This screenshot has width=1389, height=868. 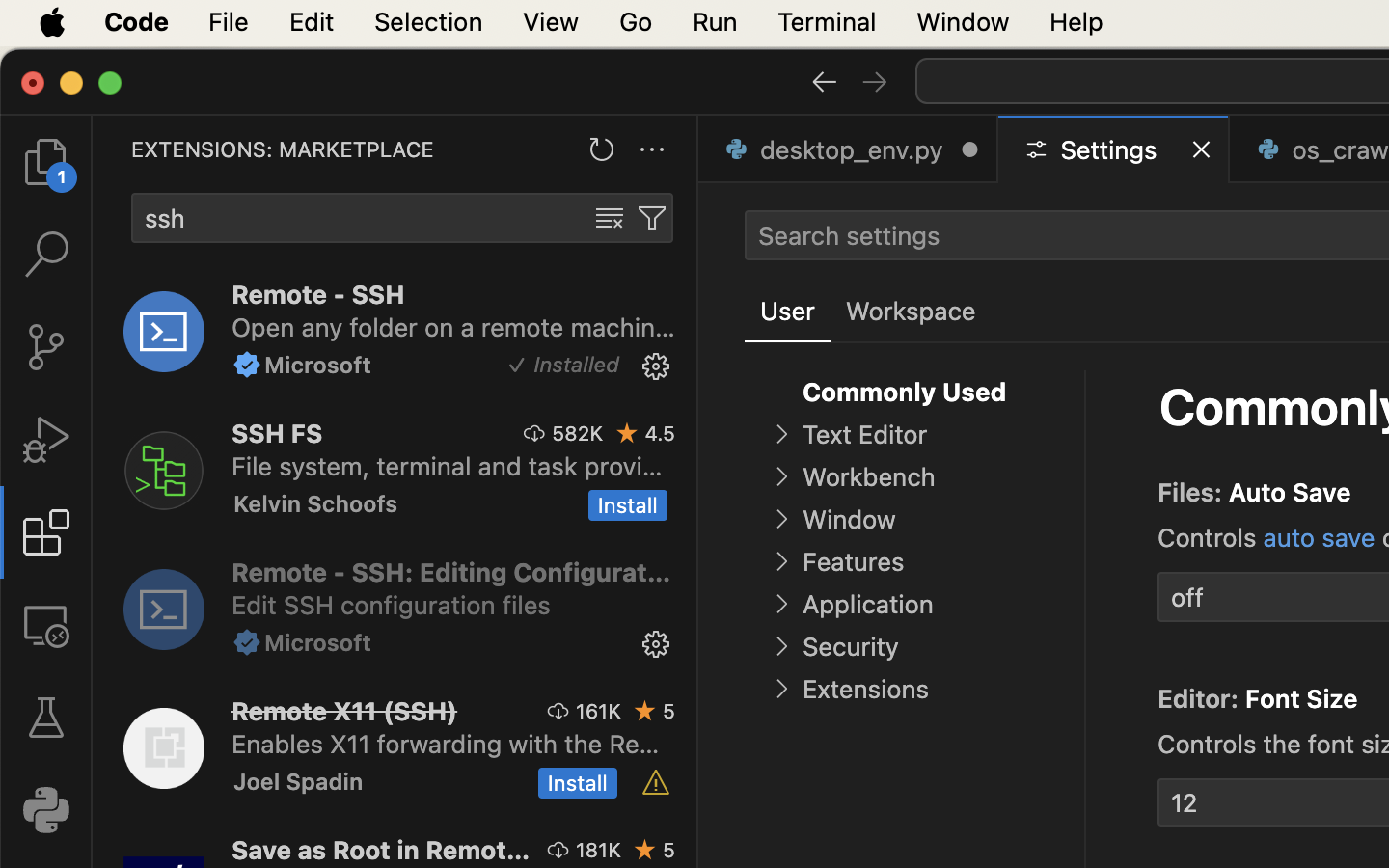 I want to click on '', so click(x=609, y=217).